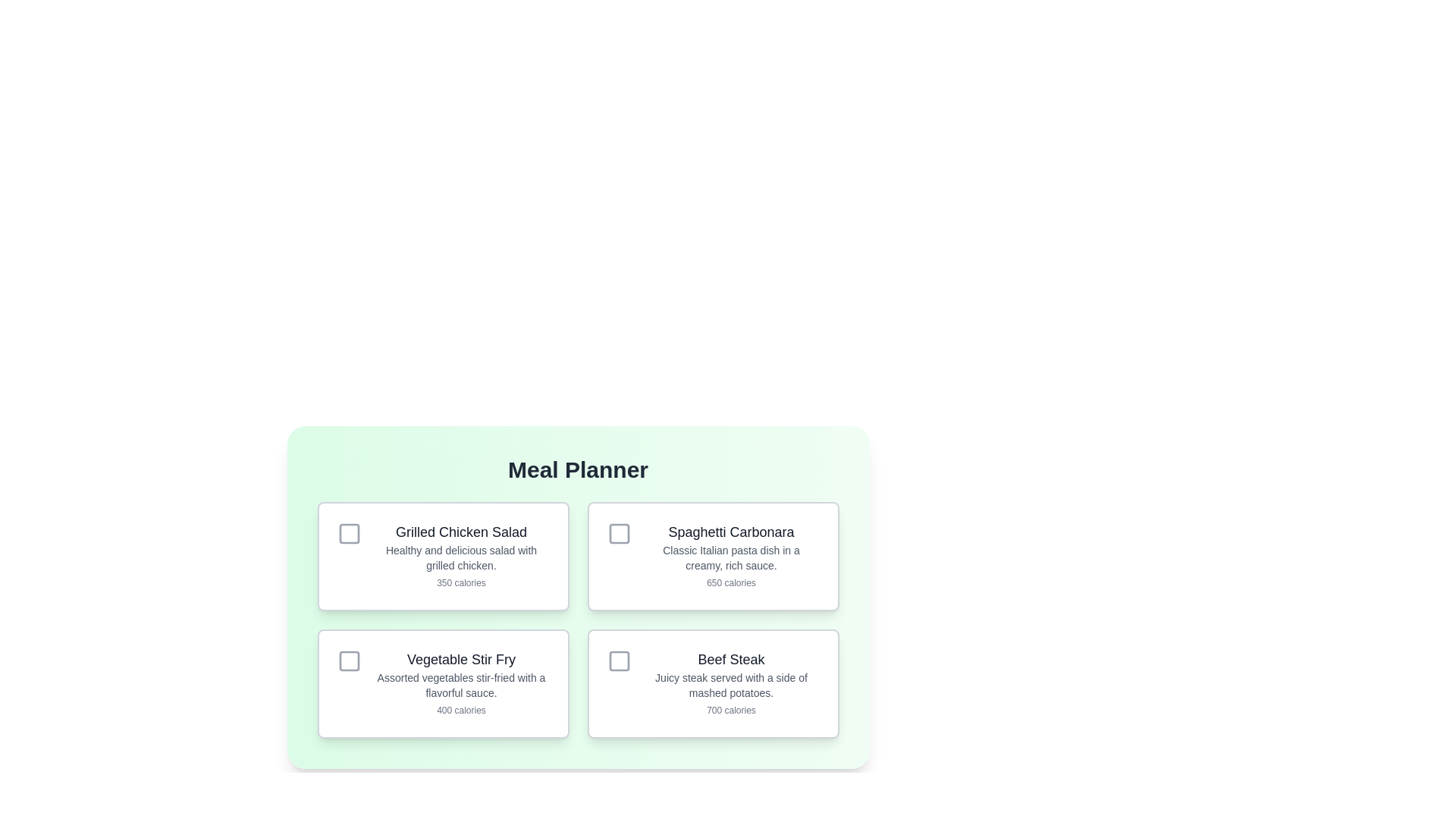  I want to click on the empty checkbox located to the left of the text 'Beef Steak' in the meal planning interface, so click(619, 660).